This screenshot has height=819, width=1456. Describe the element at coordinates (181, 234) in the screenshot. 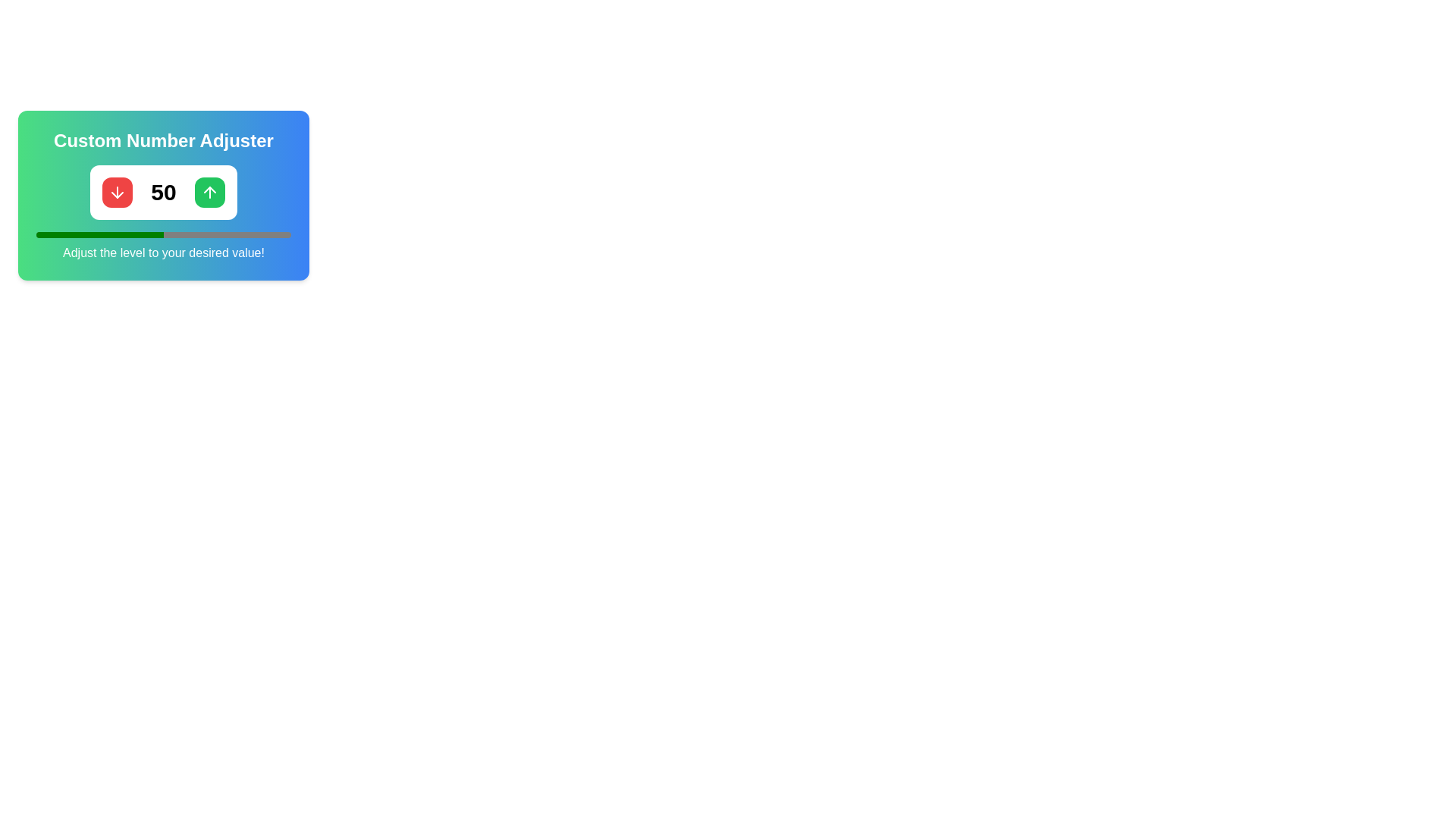

I see `the slider value` at that location.